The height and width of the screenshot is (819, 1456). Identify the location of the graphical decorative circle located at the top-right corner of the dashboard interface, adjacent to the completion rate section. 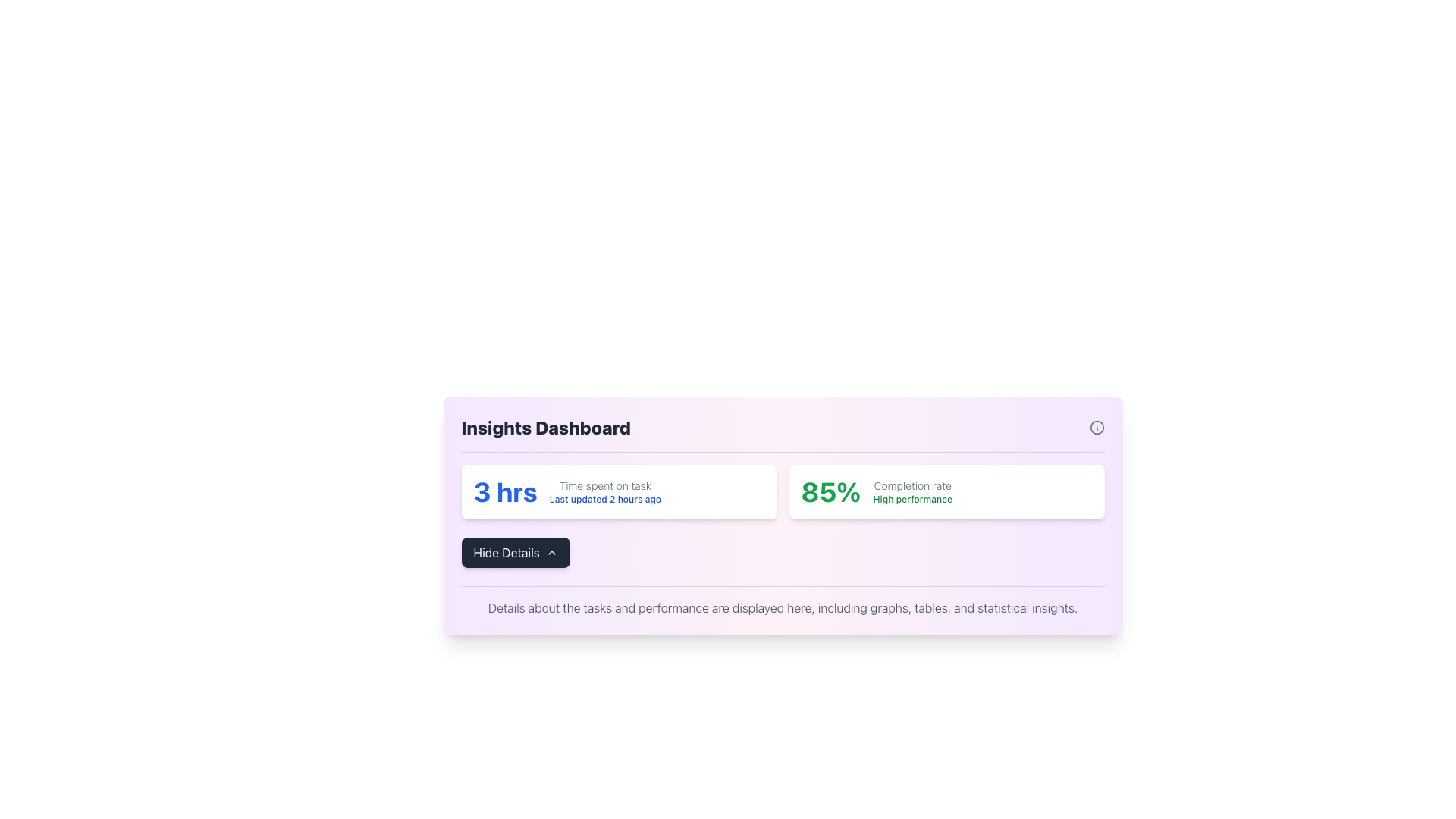
(1097, 427).